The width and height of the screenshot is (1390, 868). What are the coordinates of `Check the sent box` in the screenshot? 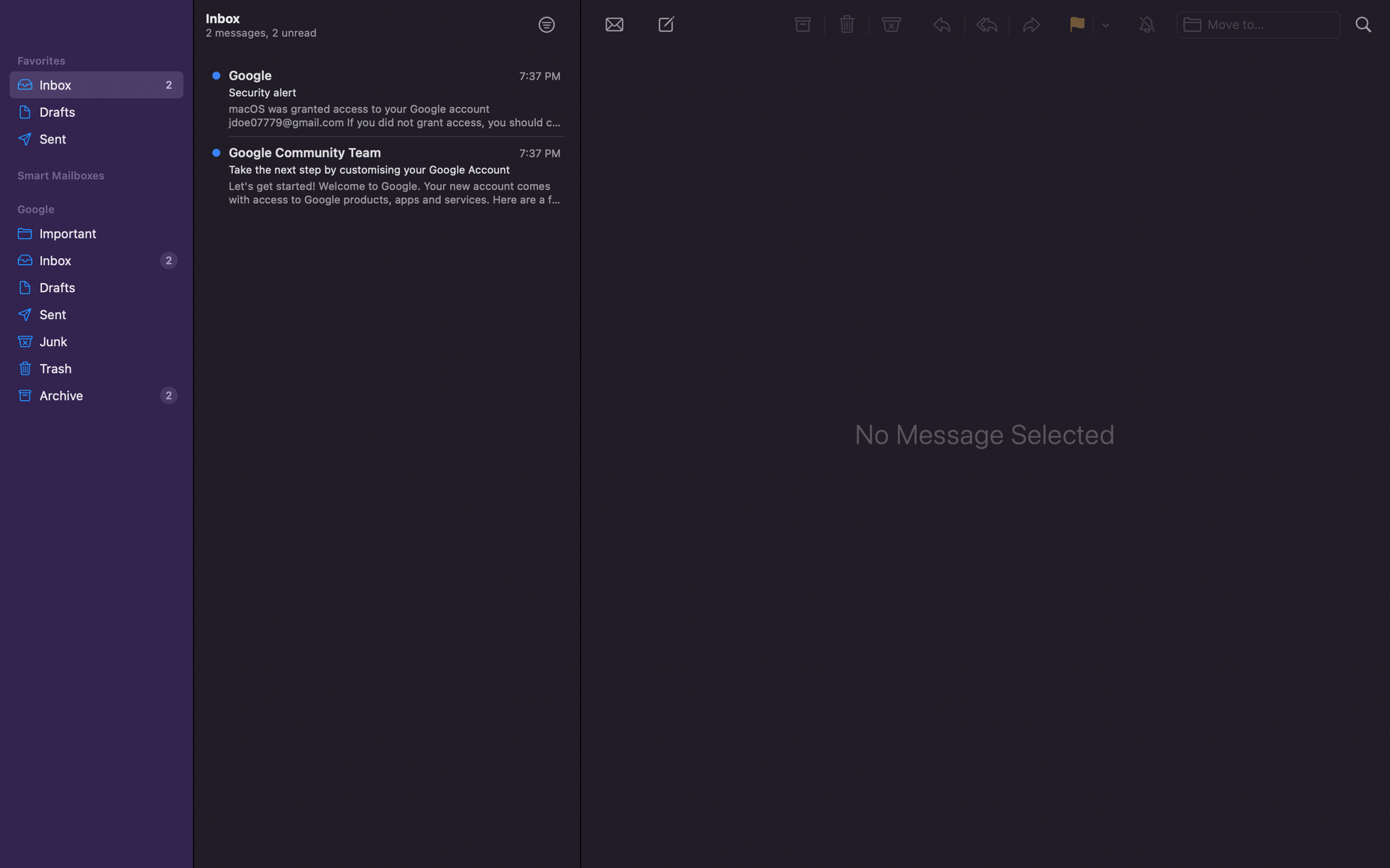 It's located at (97, 315).